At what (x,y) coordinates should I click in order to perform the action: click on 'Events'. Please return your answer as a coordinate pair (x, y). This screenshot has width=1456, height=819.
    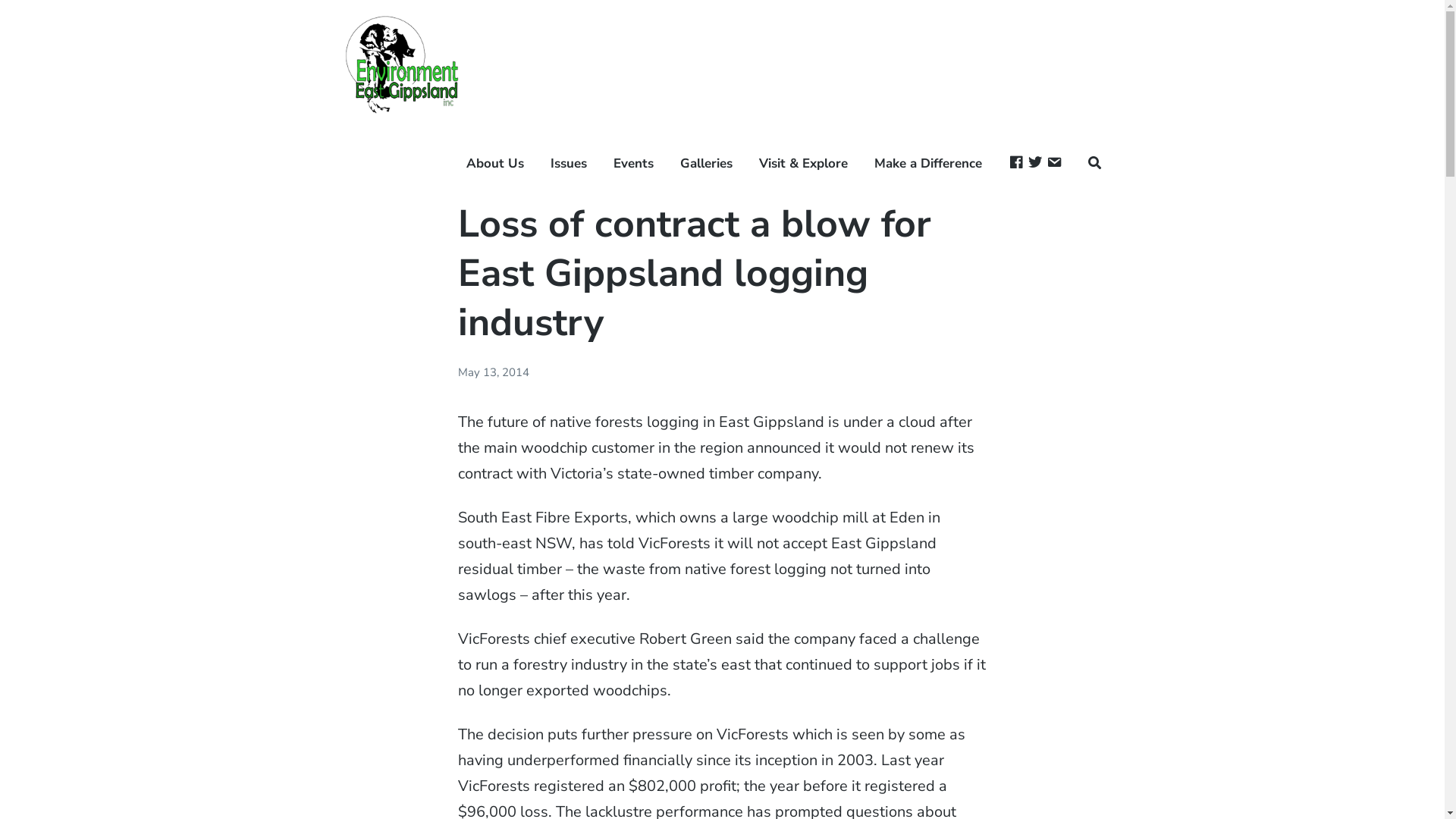
    Looking at the image, I should click on (633, 164).